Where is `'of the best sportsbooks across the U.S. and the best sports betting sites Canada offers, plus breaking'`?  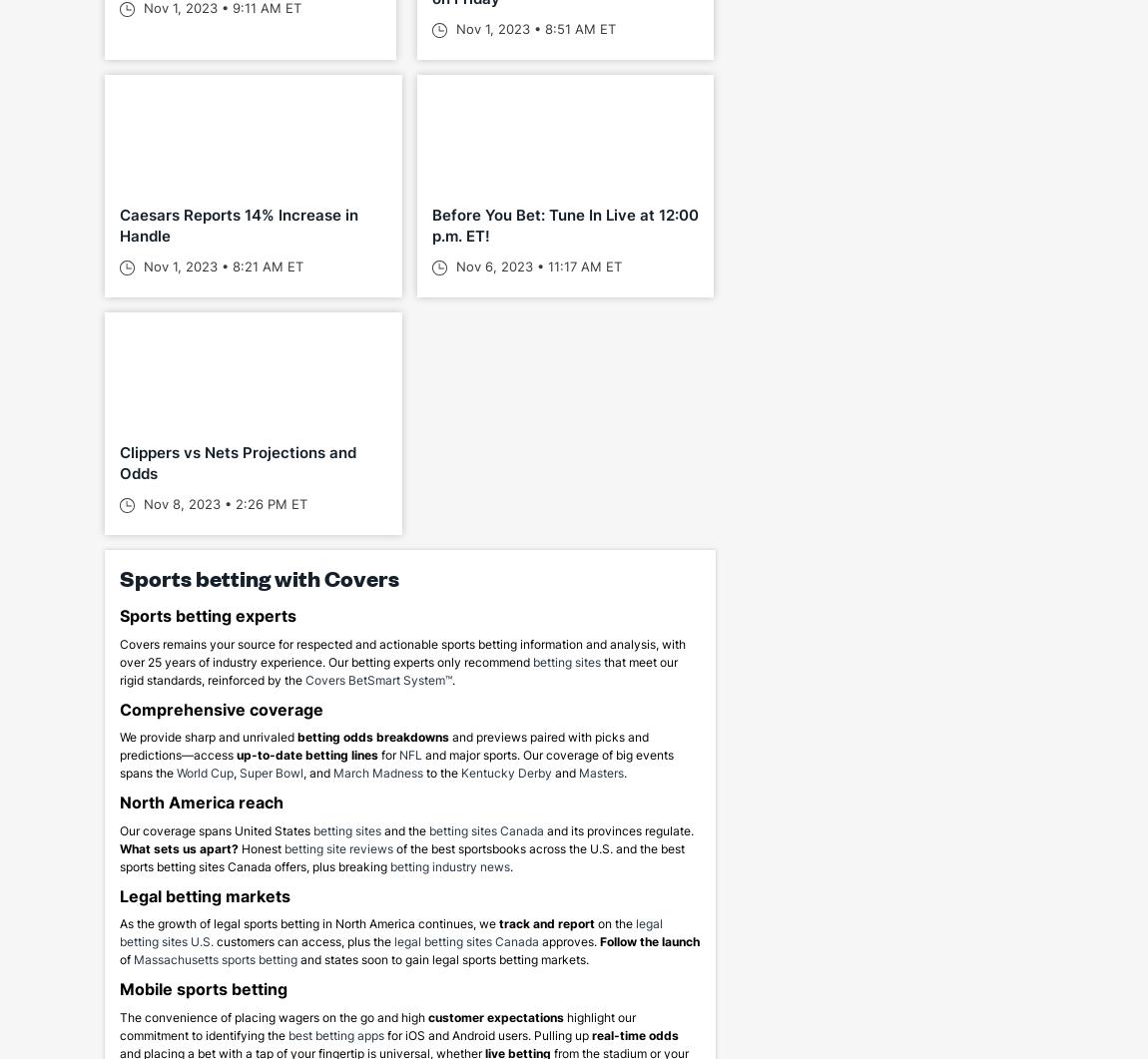
'of the best sportsbooks across the U.S. and the best sports betting sites Canada offers, plus breaking' is located at coordinates (401, 856).